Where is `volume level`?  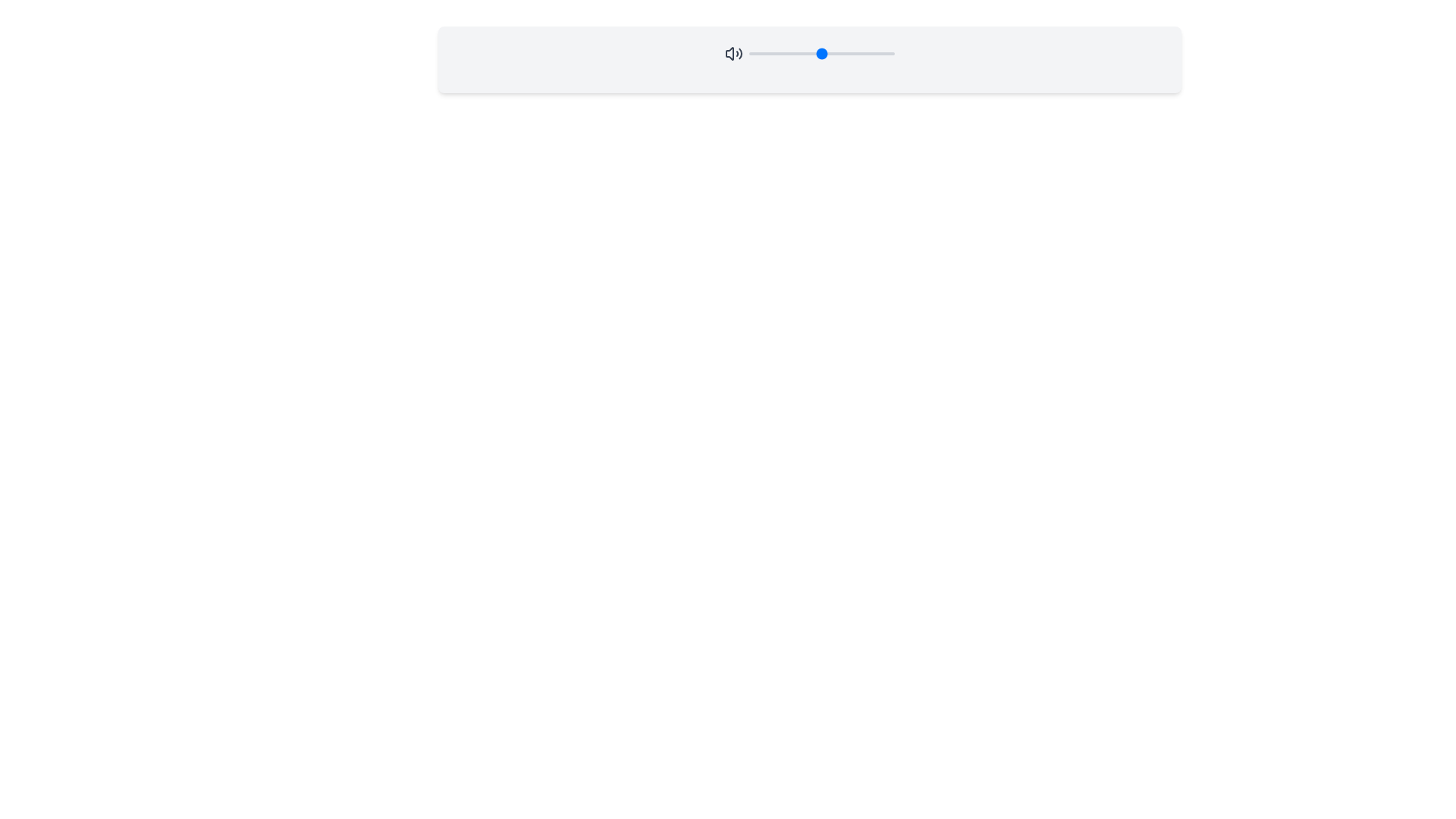 volume level is located at coordinates (784, 52).